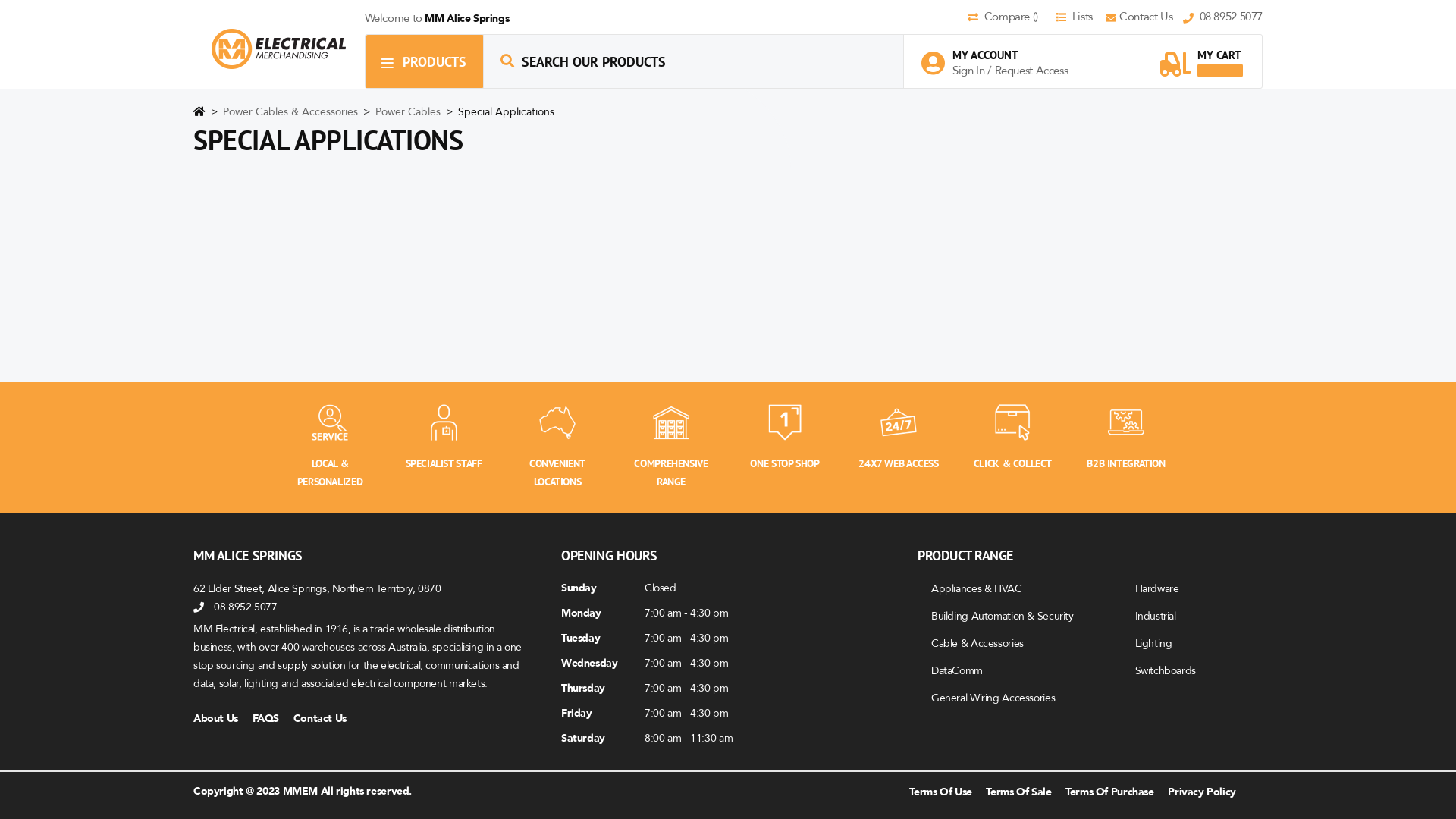 This screenshot has width=1456, height=819. Describe the element at coordinates (409, 111) in the screenshot. I see `'Power Cables'` at that location.